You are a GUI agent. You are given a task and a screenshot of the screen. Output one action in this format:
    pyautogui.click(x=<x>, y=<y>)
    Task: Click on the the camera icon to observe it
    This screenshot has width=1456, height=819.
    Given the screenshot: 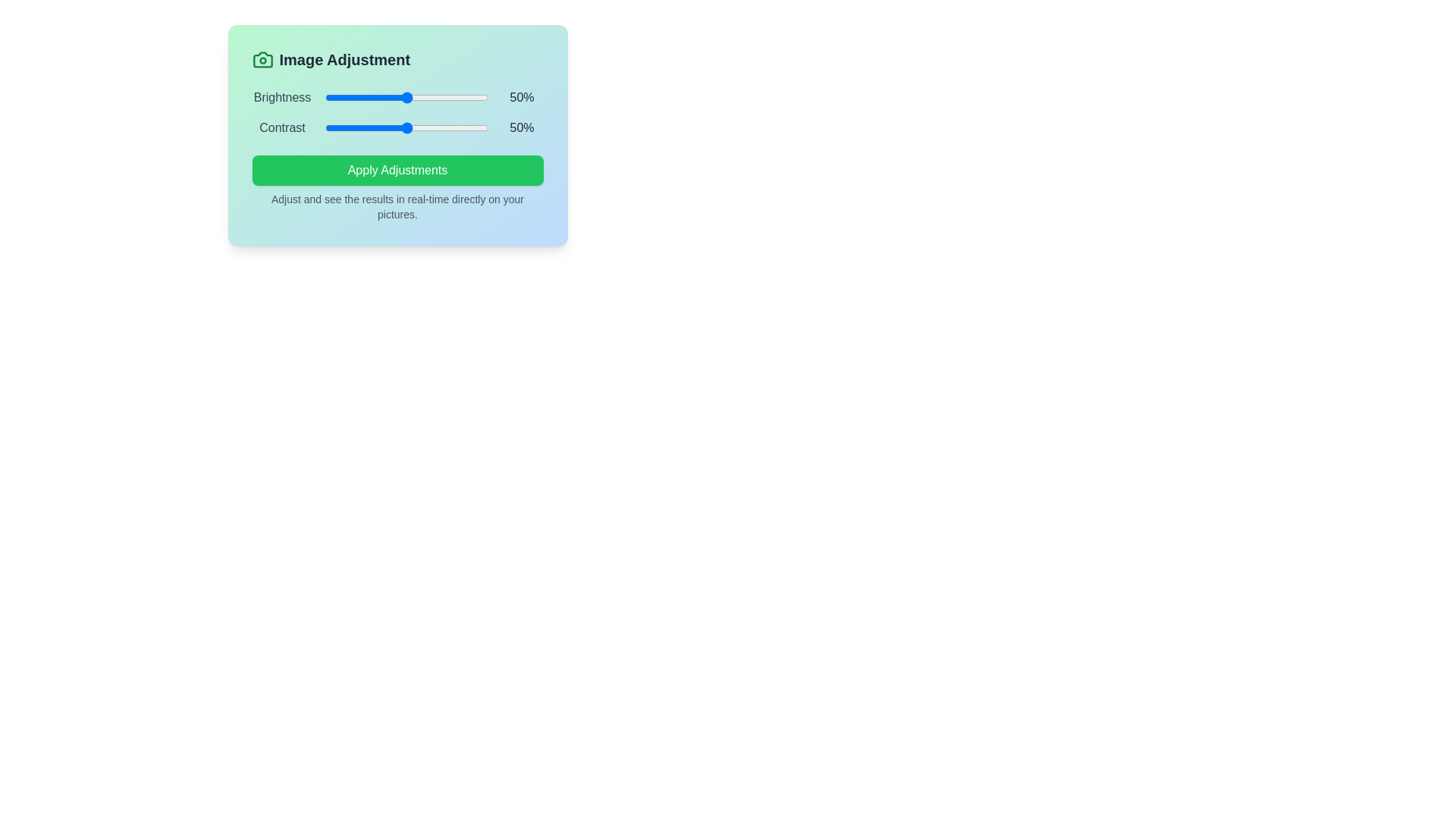 What is the action you would take?
    pyautogui.click(x=262, y=58)
    